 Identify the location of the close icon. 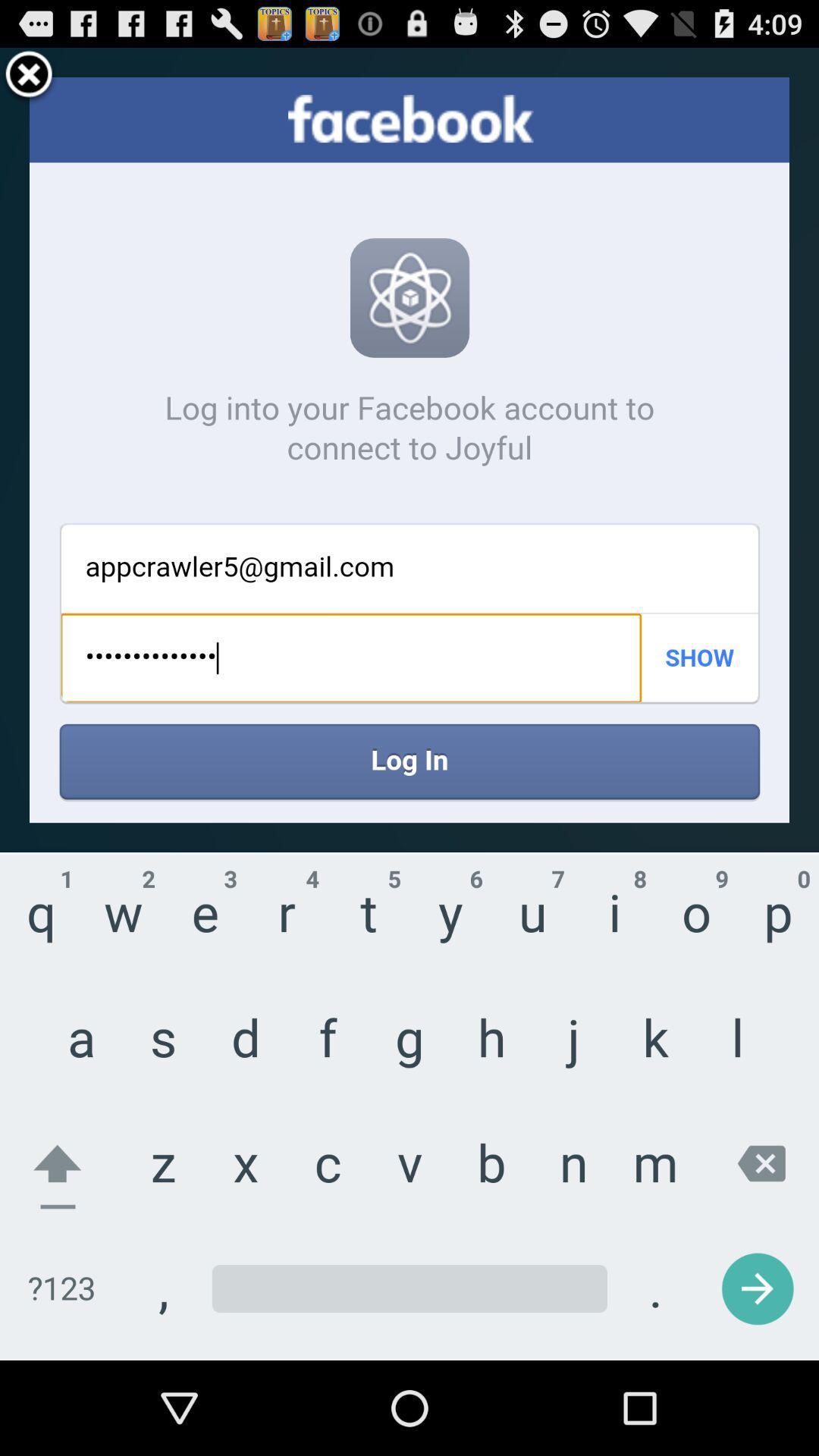
(29, 81).